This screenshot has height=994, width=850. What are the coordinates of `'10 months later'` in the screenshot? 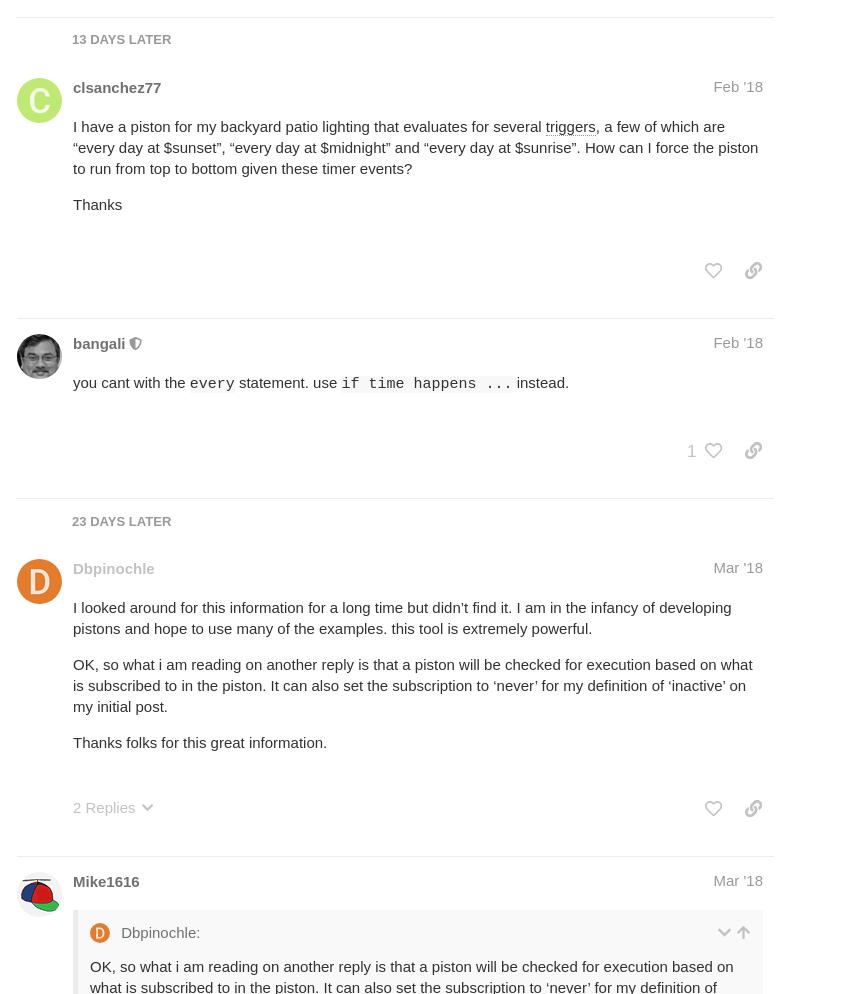 It's located at (132, 131).